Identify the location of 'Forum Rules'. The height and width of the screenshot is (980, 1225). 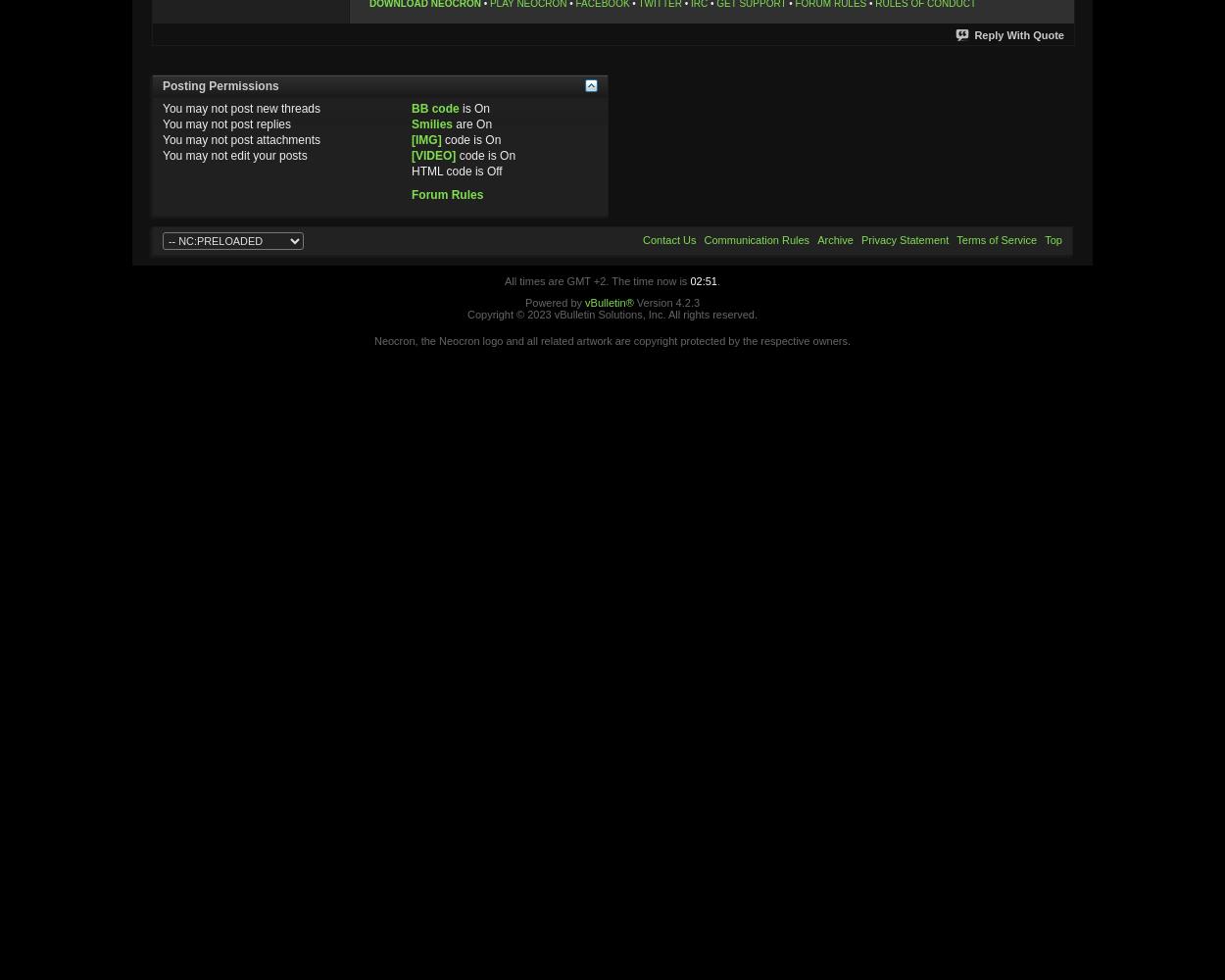
(446, 193).